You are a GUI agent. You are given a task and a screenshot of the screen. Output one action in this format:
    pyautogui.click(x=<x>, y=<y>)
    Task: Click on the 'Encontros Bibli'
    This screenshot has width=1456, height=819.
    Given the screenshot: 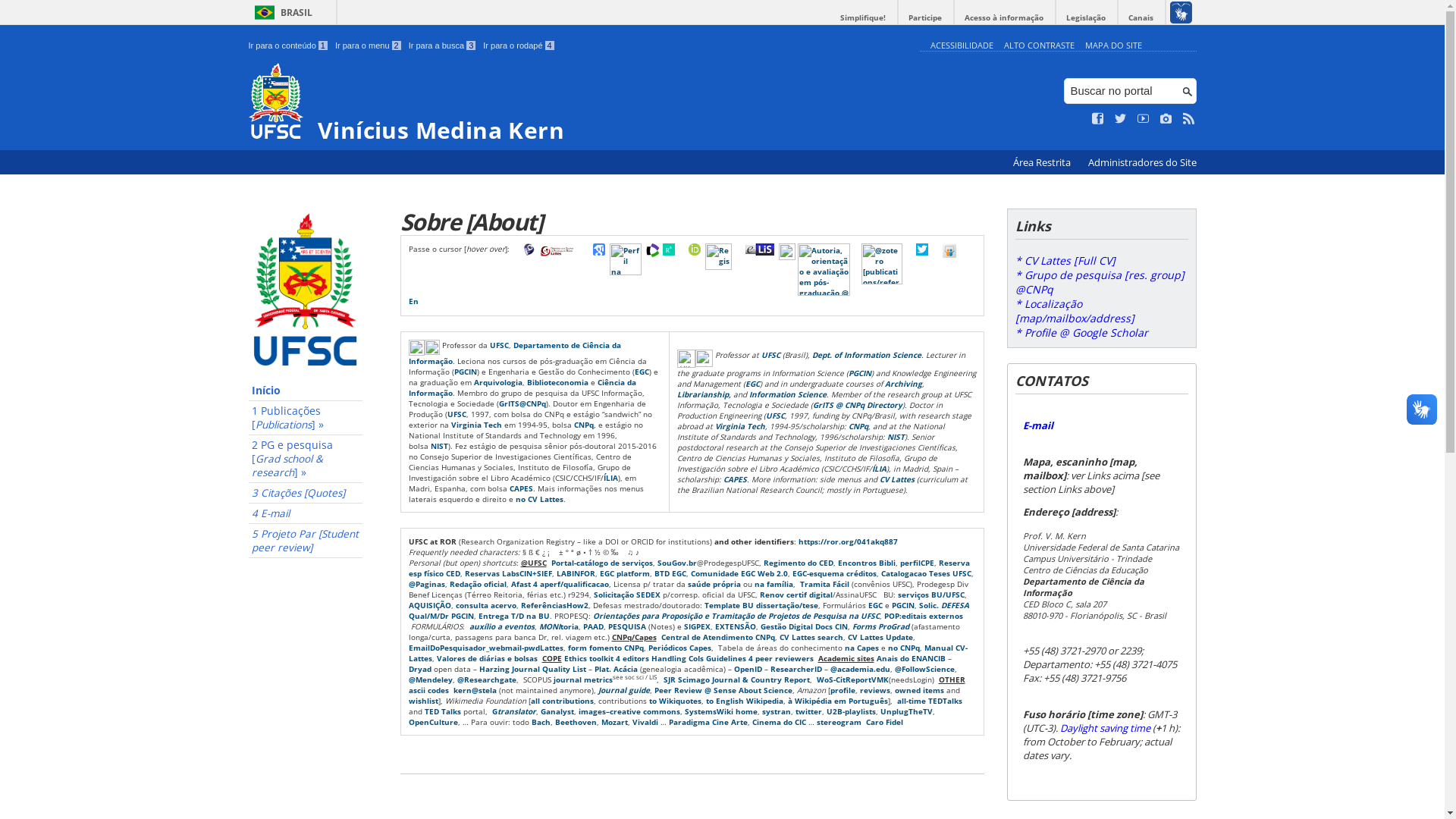 What is the action you would take?
    pyautogui.click(x=866, y=562)
    